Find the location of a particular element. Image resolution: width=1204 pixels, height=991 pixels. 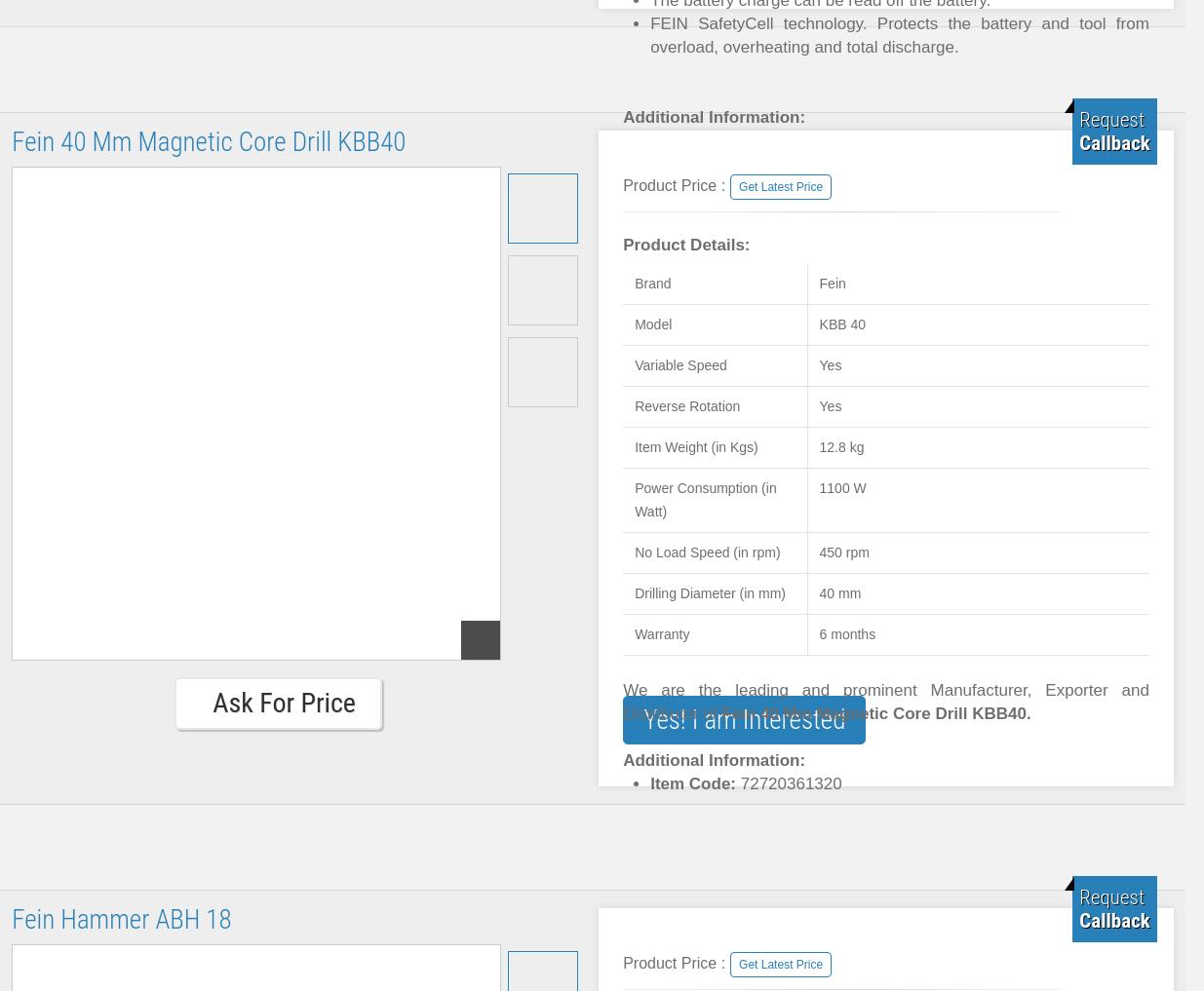

'KBB 40' is located at coordinates (841, 324).